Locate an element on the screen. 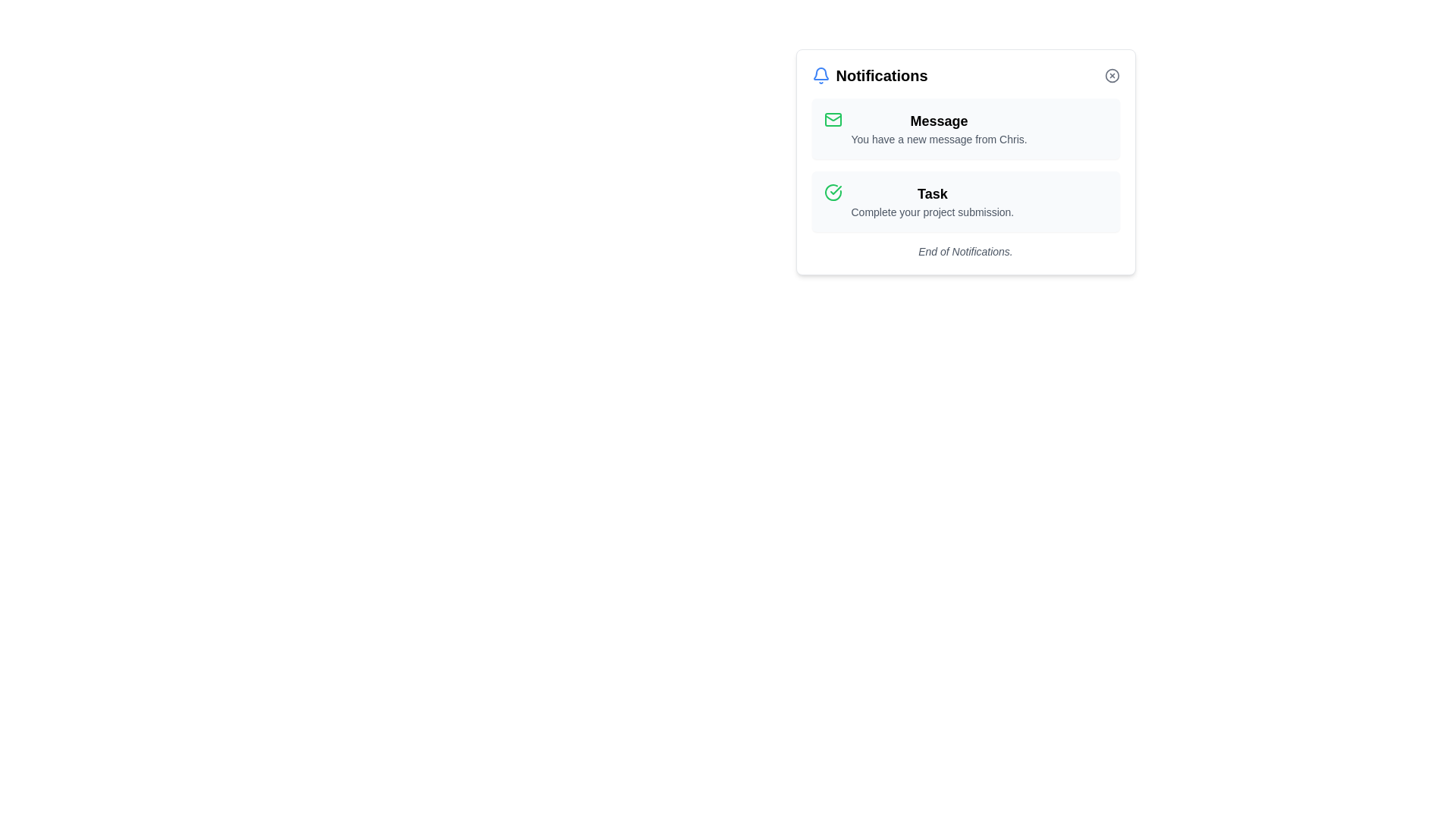  the green outlined envelope icon located to the left of the text content 'Message You have a new message from Chris.' within the notification card at the top of the notification list is located at coordinates (832, 119).